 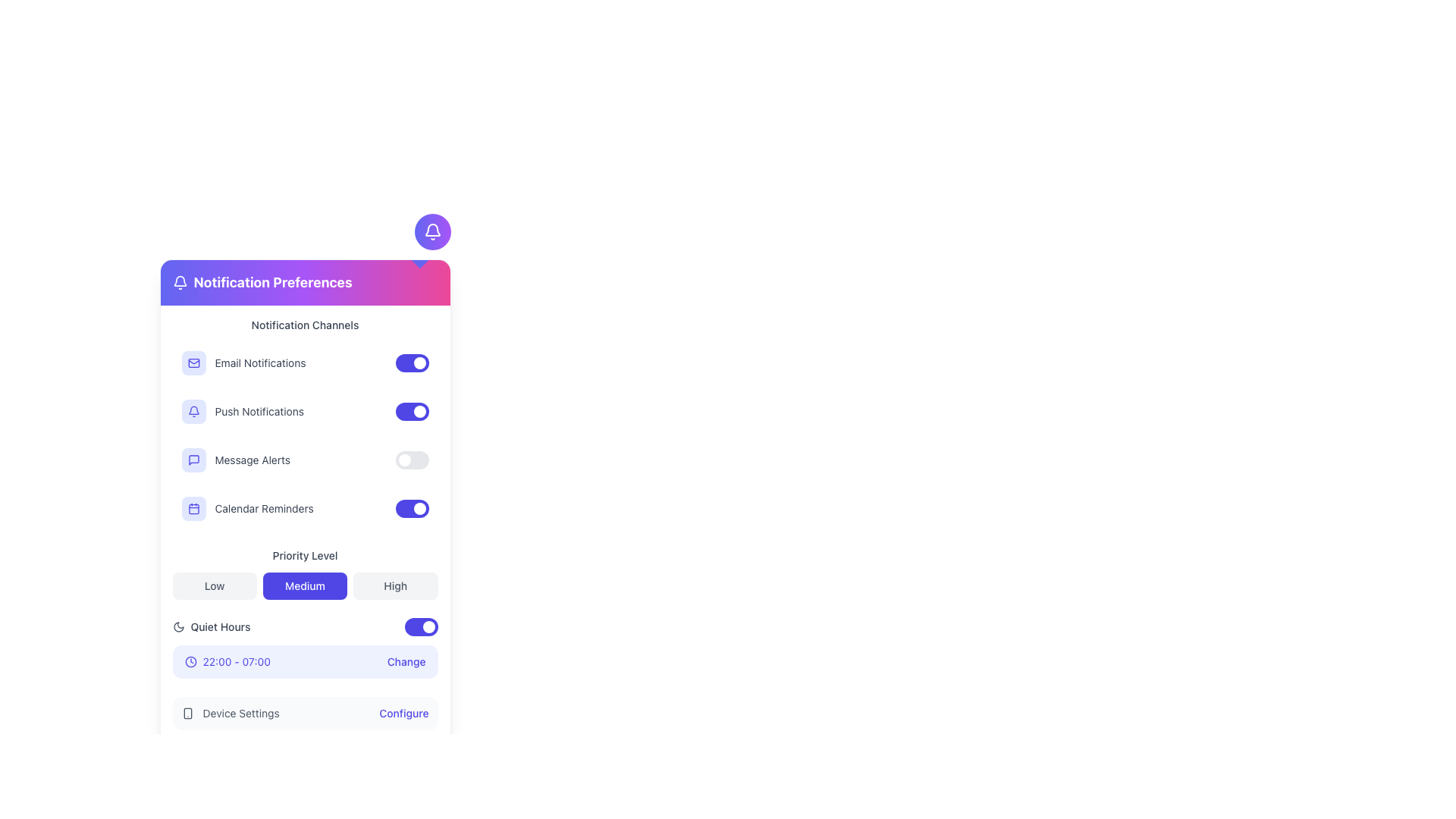 I want to click on the speech bubble icon with a blue outline and transparent interior, located in the 'Message Alerts' row of the 'Notification Channels' section in the 'Notification Preferences' panel, so click(x=193, y=459).